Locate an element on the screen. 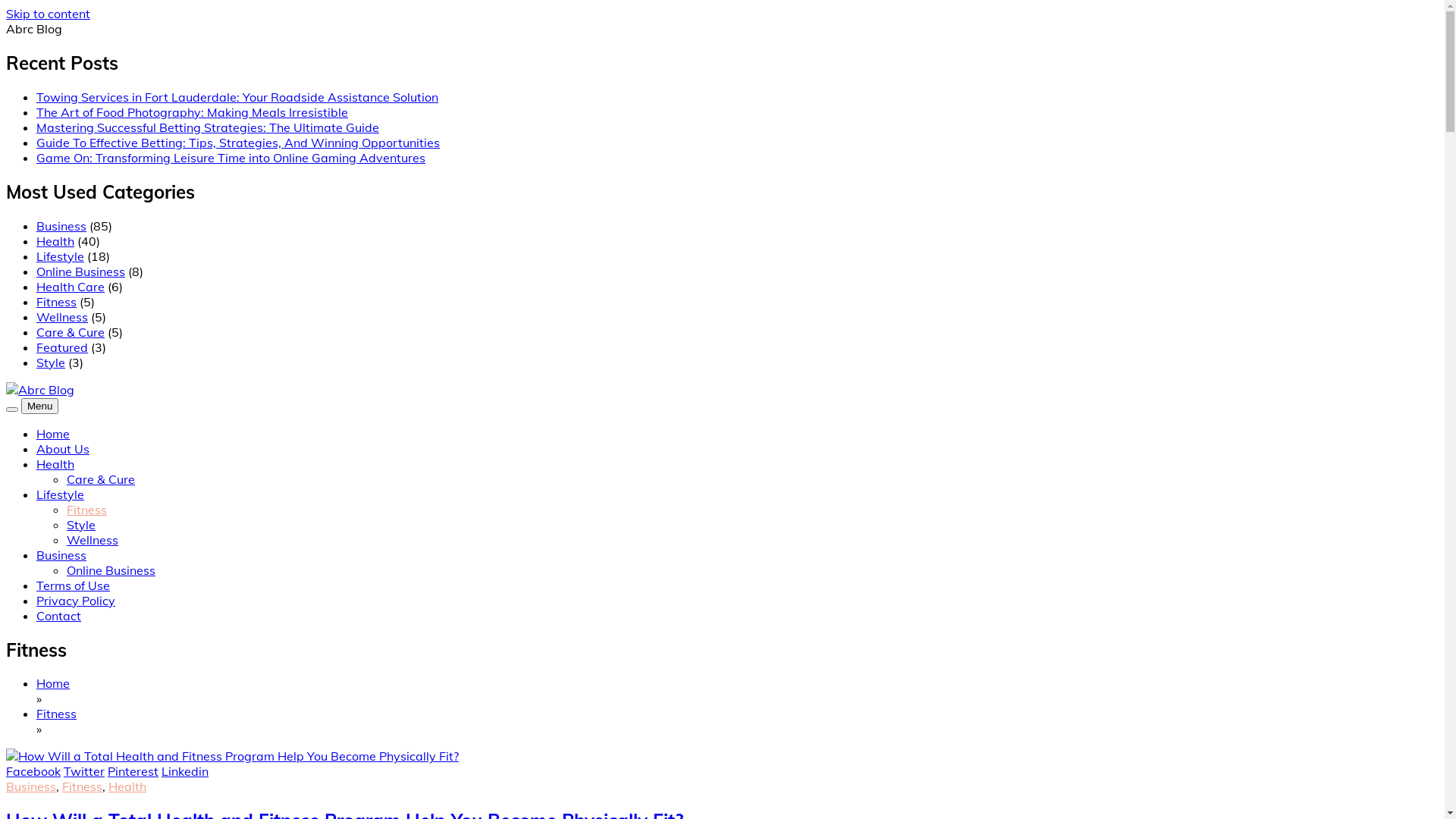 The image size is (1456, 819). 'Privacy Policy' is located at coordinates (36, 599).